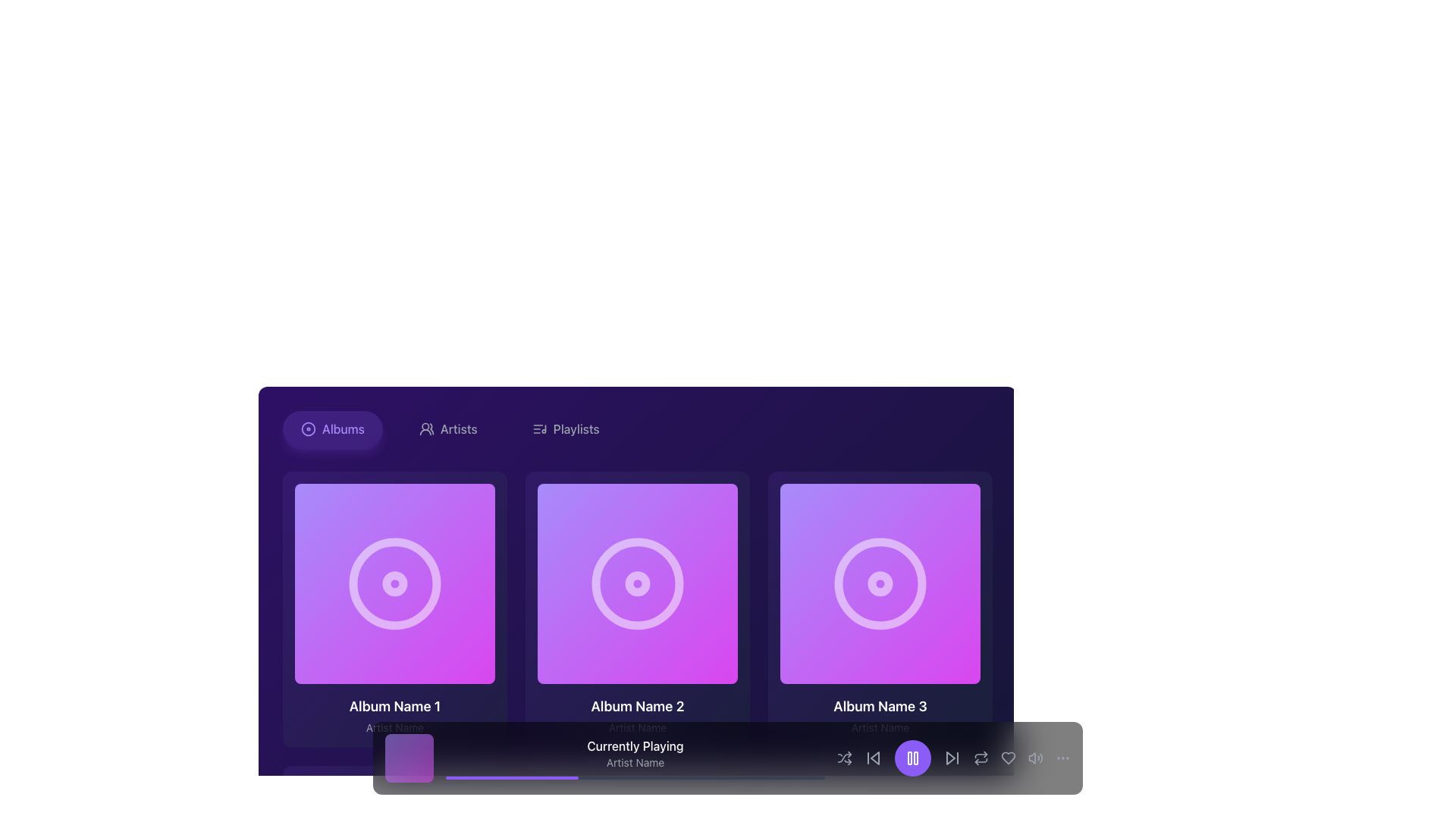 This screenshot has height=819, width=1456. I want to click on the 'Back' button icon located in the bottom center control panel of the UI, specifically to the left of the large purple play/pause button, so click(874, 758).